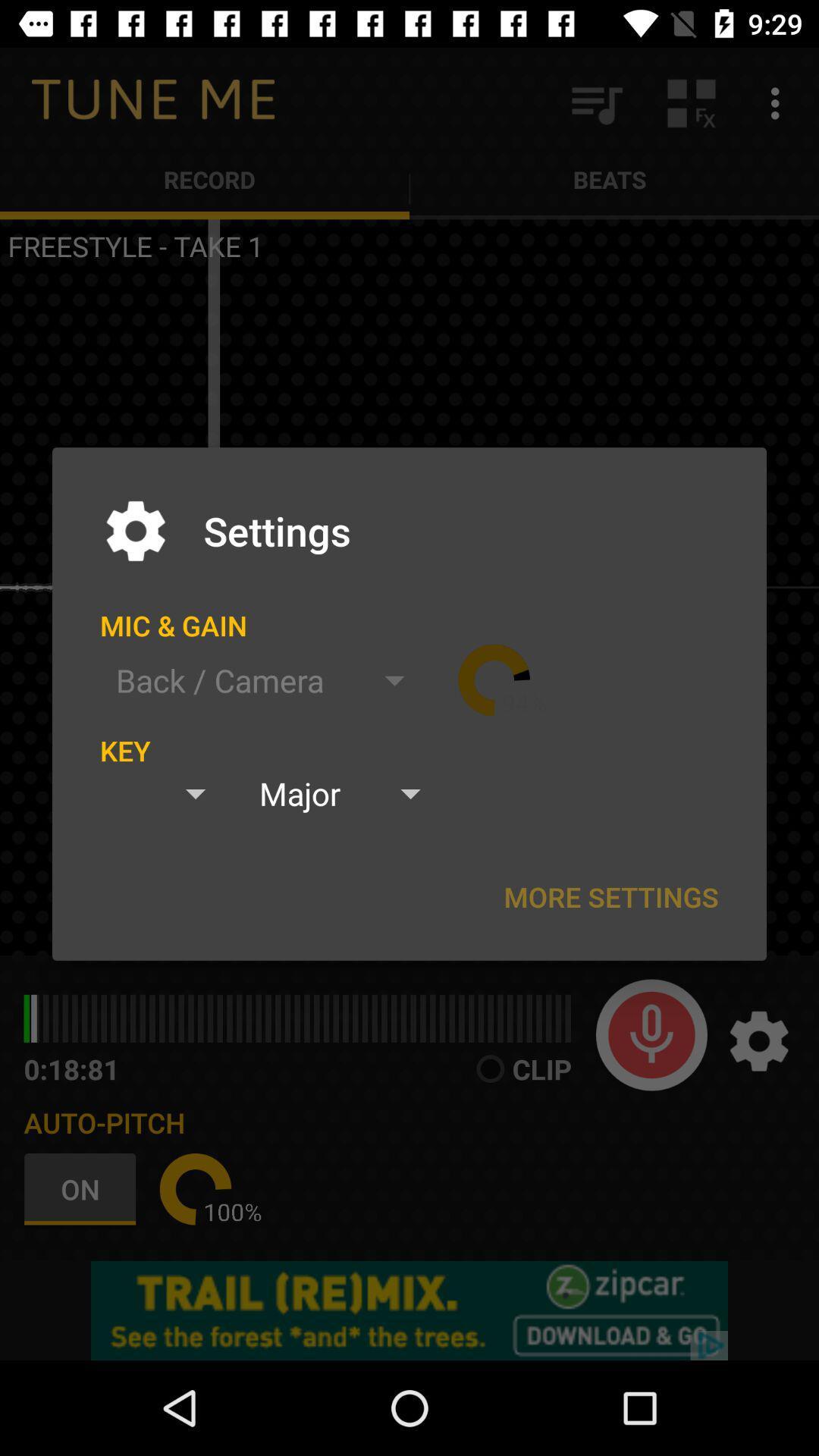 The image size is (819, 1456). I want to click on the app above beats app, so click(779, 102).